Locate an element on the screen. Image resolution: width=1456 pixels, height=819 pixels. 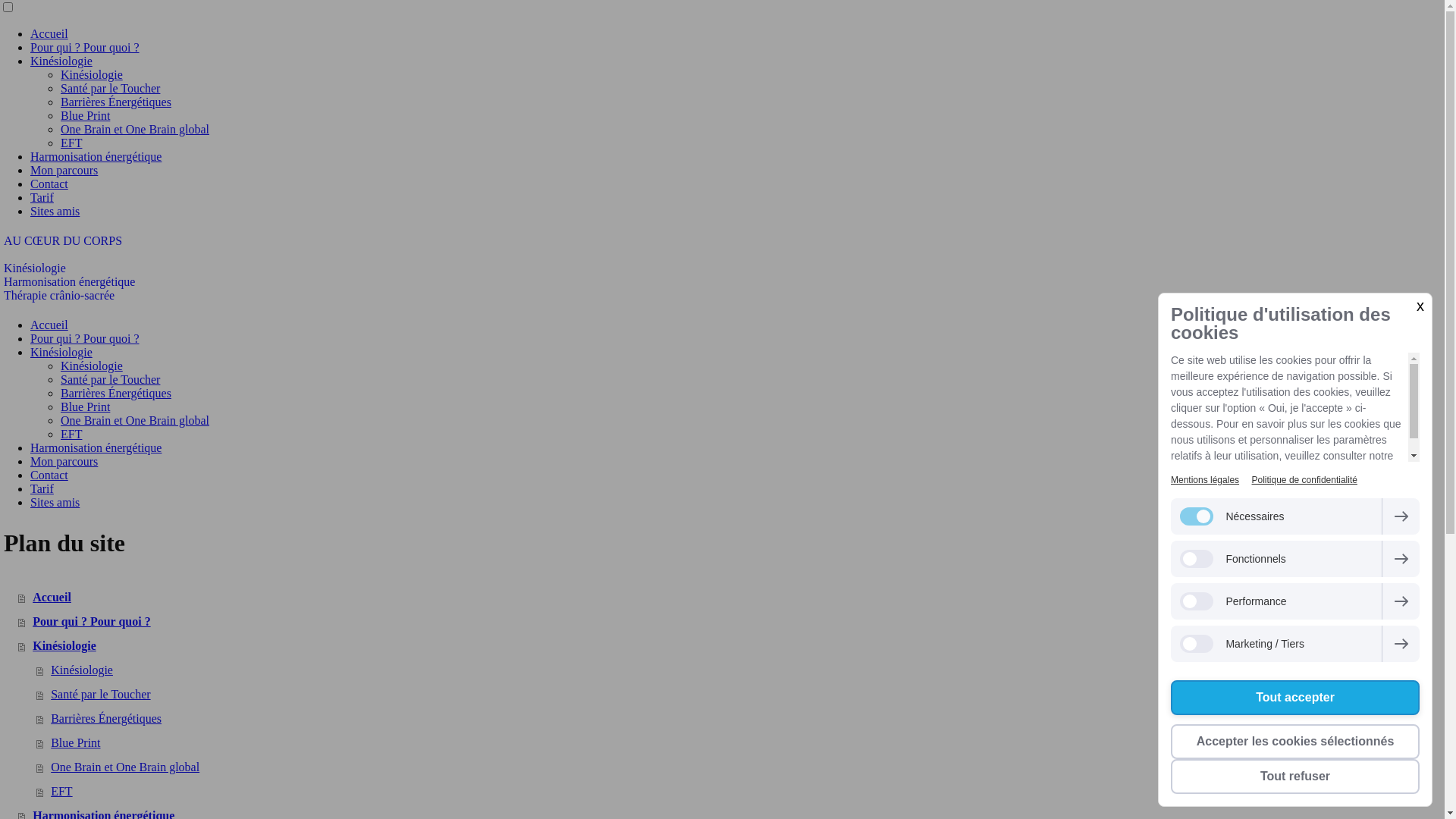
'One Brain et One Brain global' is located at coordinates (61, 128).